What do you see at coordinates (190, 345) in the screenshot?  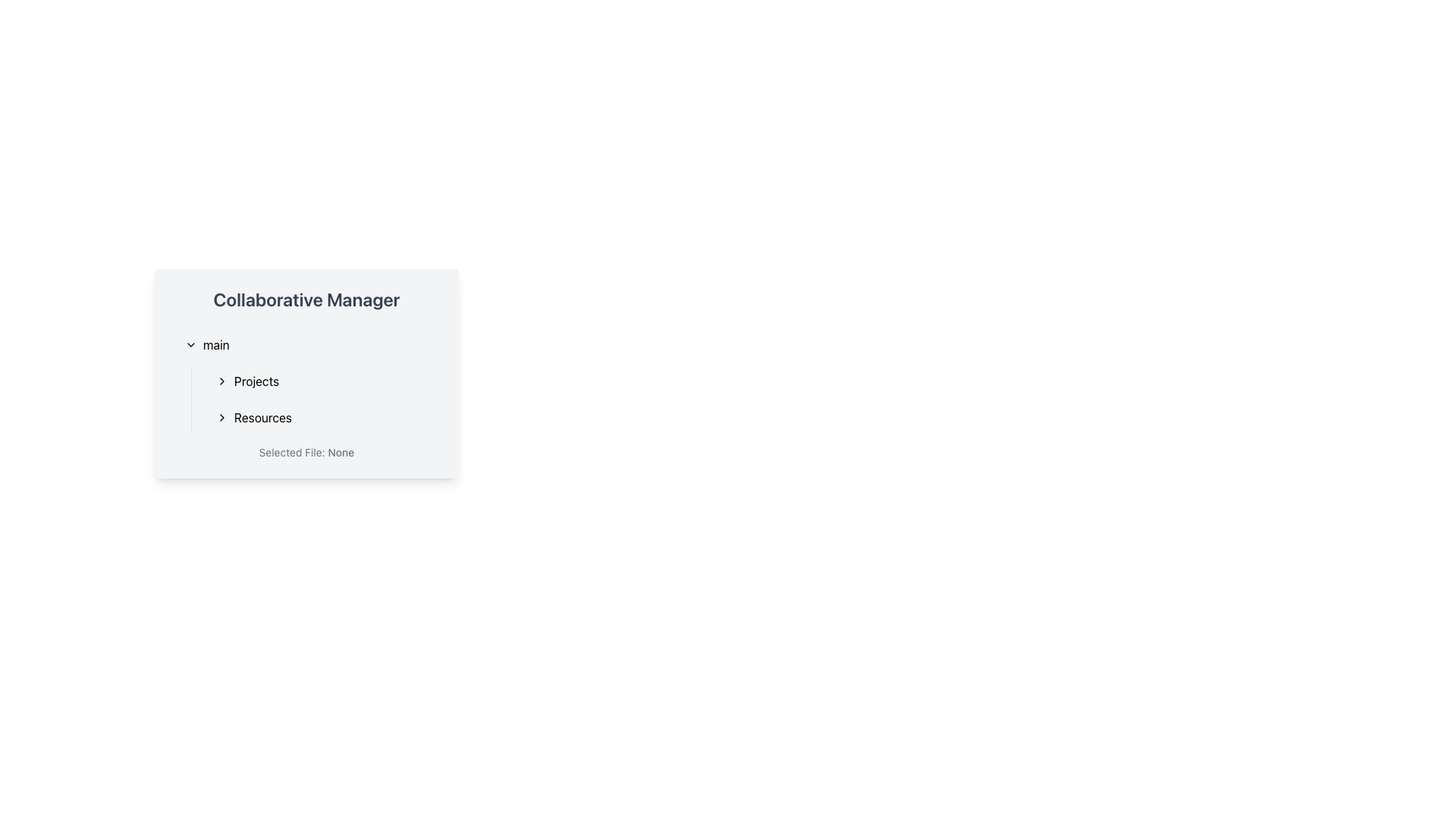 I see `the Chevron Icon located to the left of the text 'main' in the 'Collaborative Manager' menu` at bounding box center [190, 345].